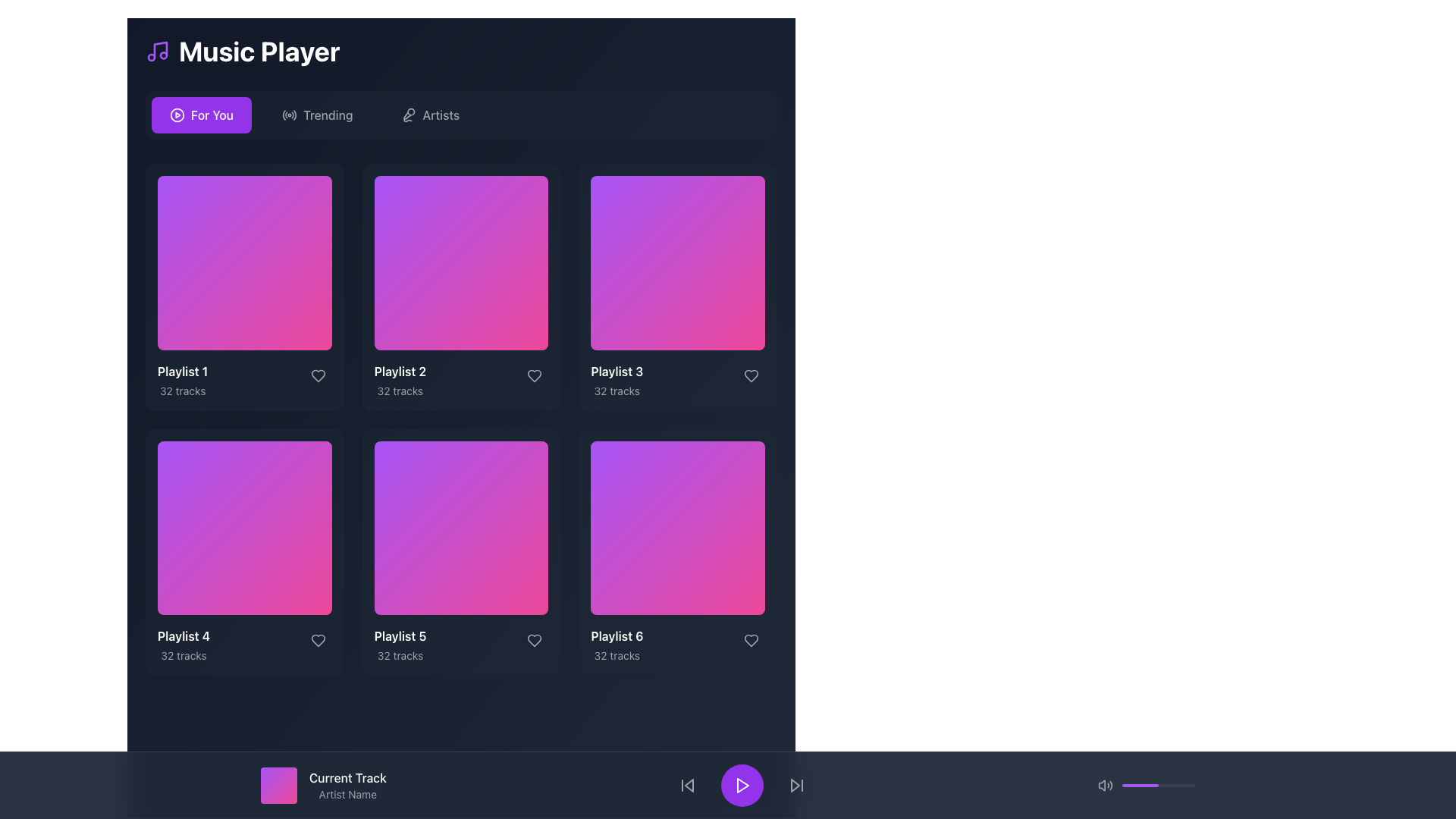 This screenshot has height=819, width=1456. What do you see at coordinates (347, 778) in the screenshot?
I see `Text Label indicating the title of the currently playing track in the music player application, located at the bottom of the interface and aligned beside the thumbnail icon` at bounding box center [347, 778].